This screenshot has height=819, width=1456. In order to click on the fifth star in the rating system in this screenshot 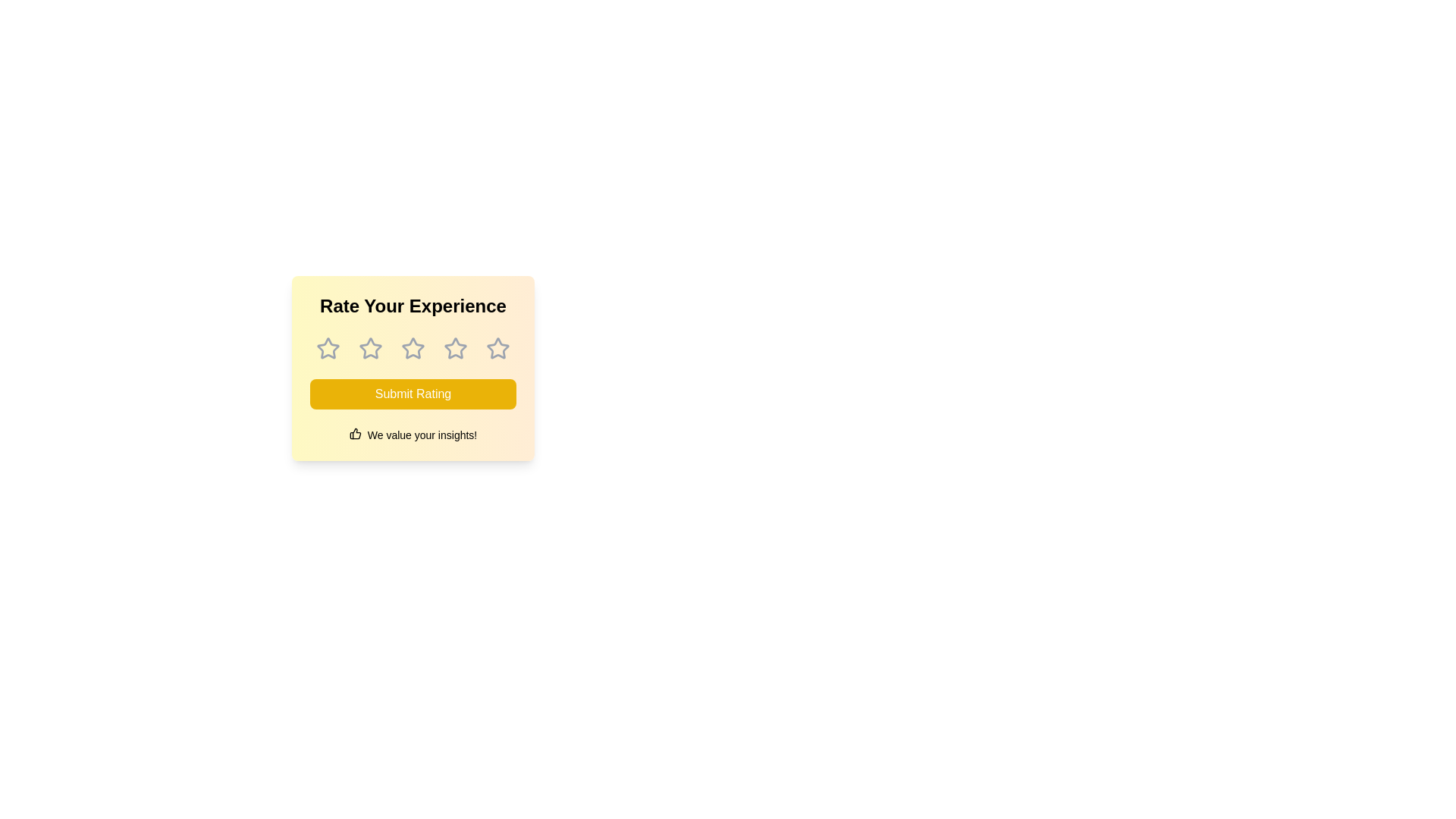, I will do `click(498, 348)`.